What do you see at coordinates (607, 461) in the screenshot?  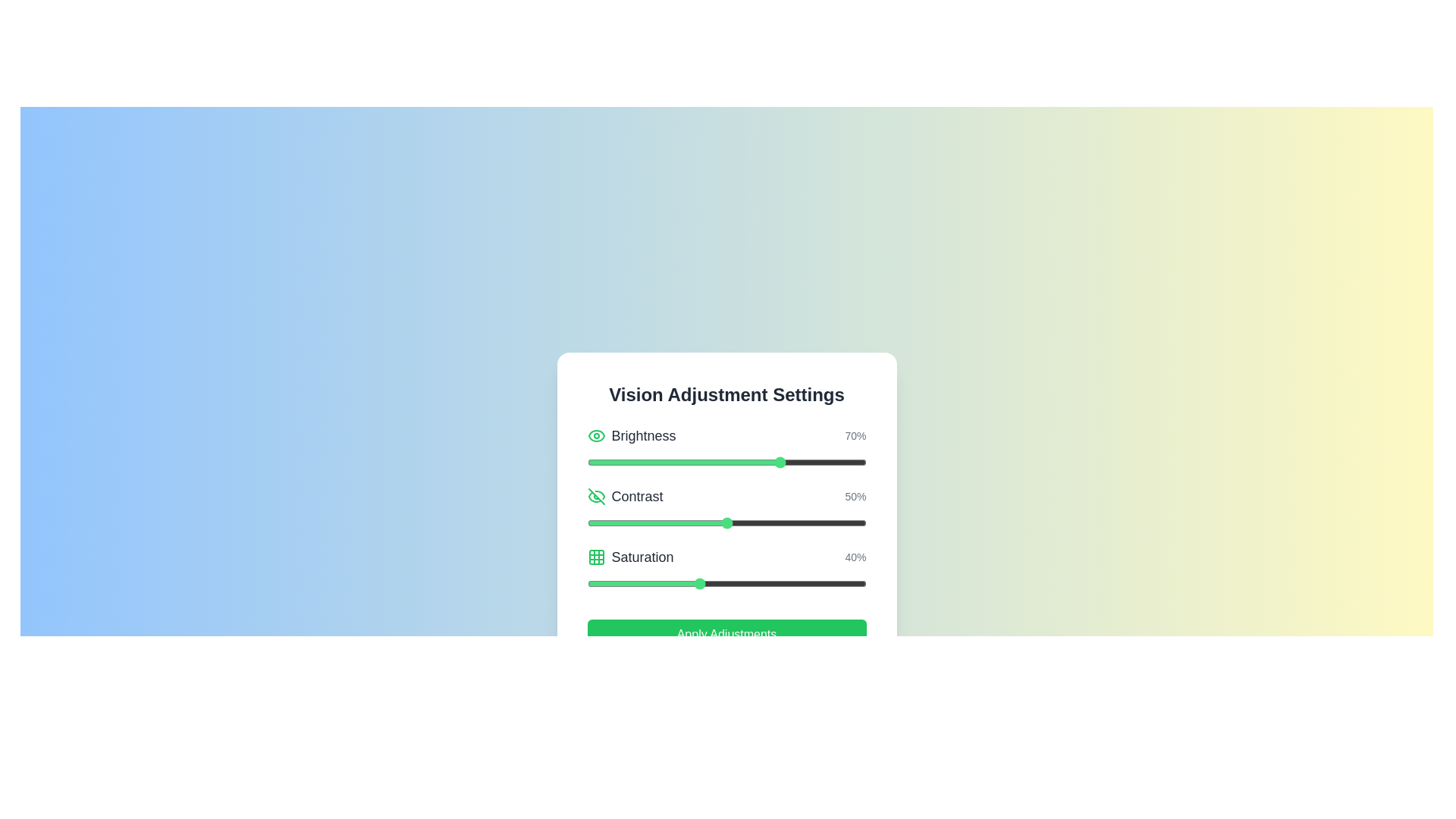 I see `the brightness slider to set the brightness to 7%` at bounding box center [607, 461].